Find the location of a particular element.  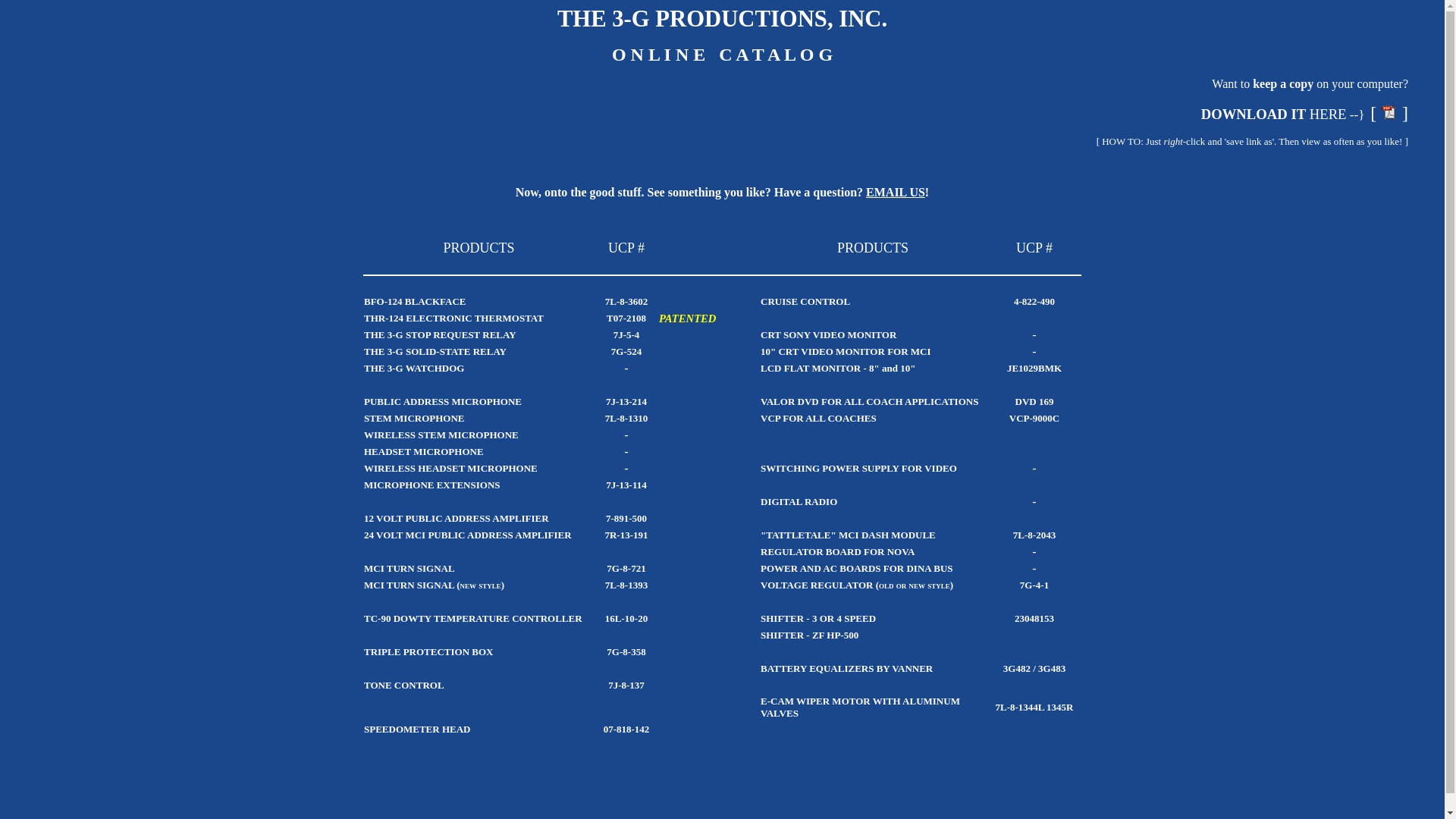

'TONE CONTROL' is located at coordinates (364, 685).